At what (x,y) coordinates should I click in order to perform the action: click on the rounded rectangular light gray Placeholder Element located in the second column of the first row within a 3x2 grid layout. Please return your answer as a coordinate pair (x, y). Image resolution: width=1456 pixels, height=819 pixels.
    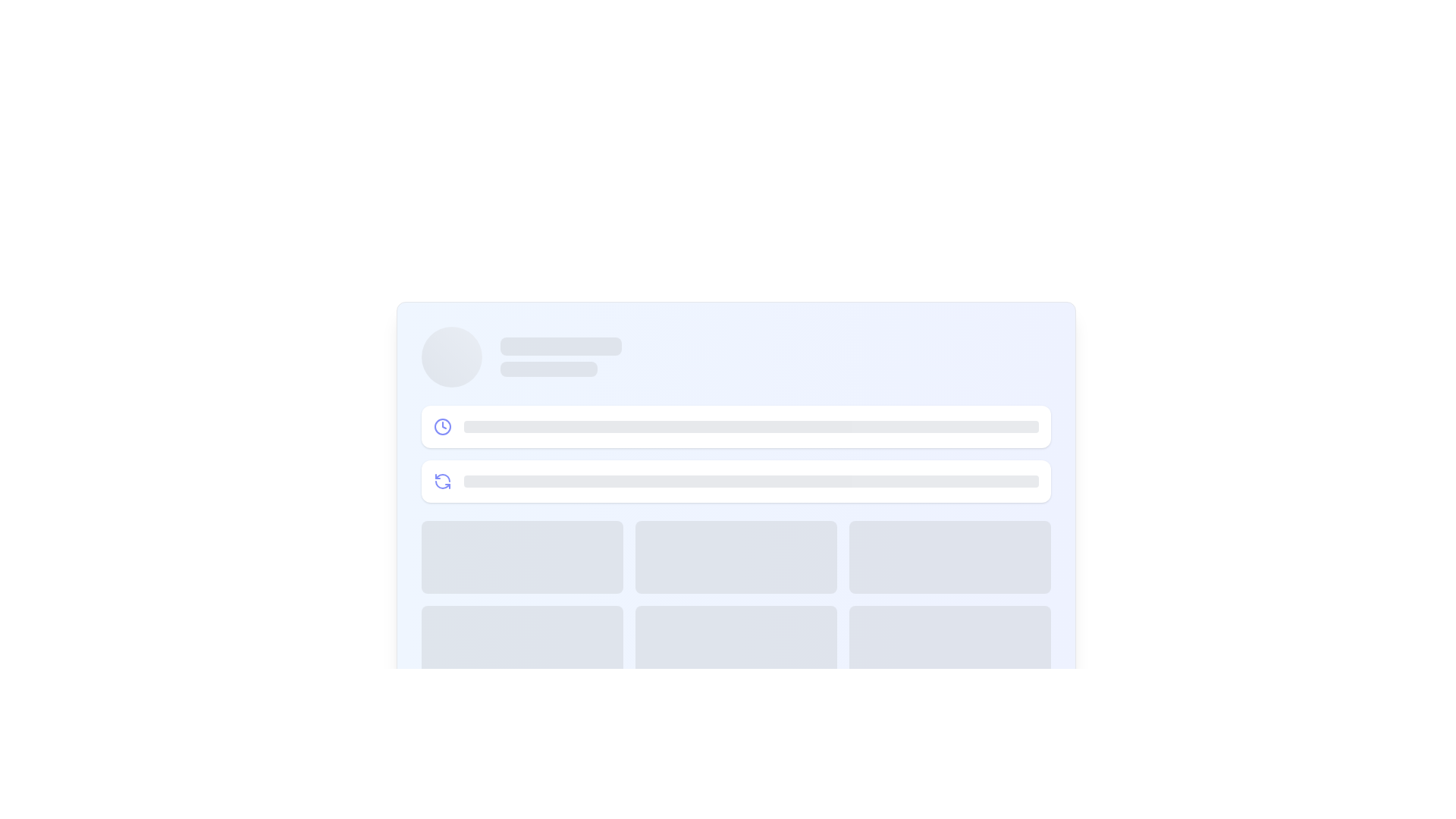
    Looking at the image, I should click on (736, 557).